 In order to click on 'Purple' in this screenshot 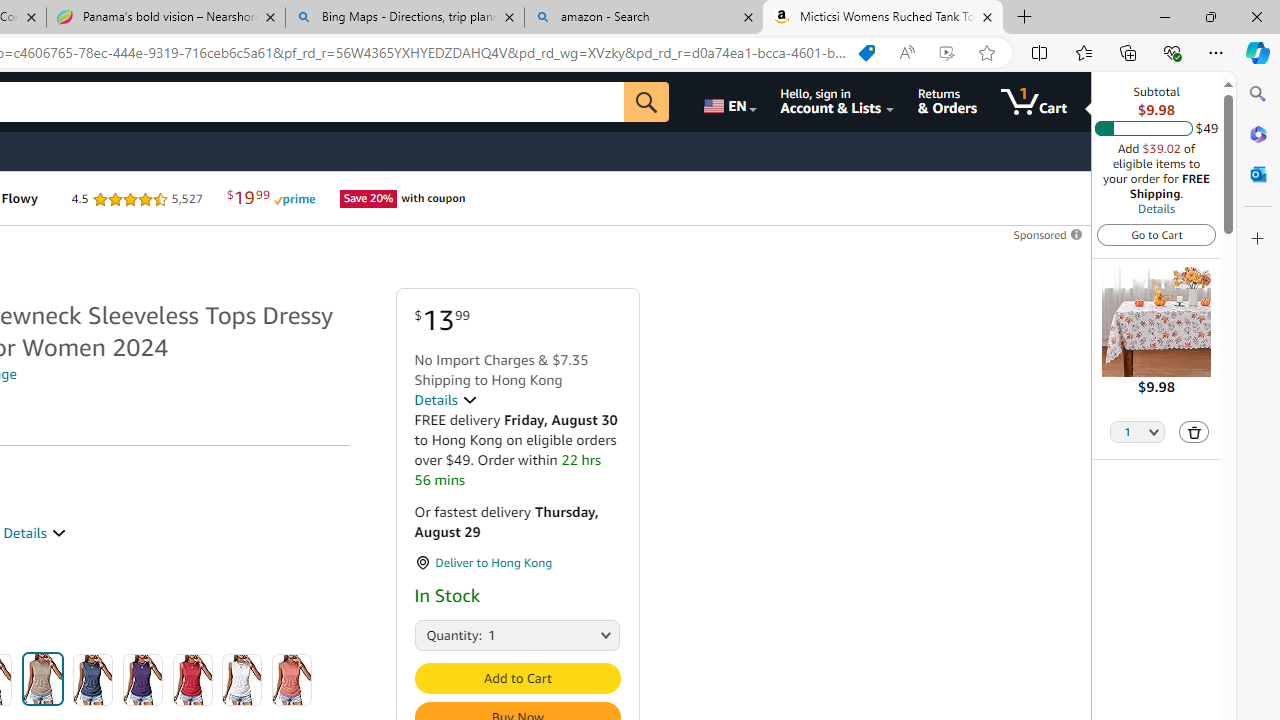, I will do `click(142, 679)`.